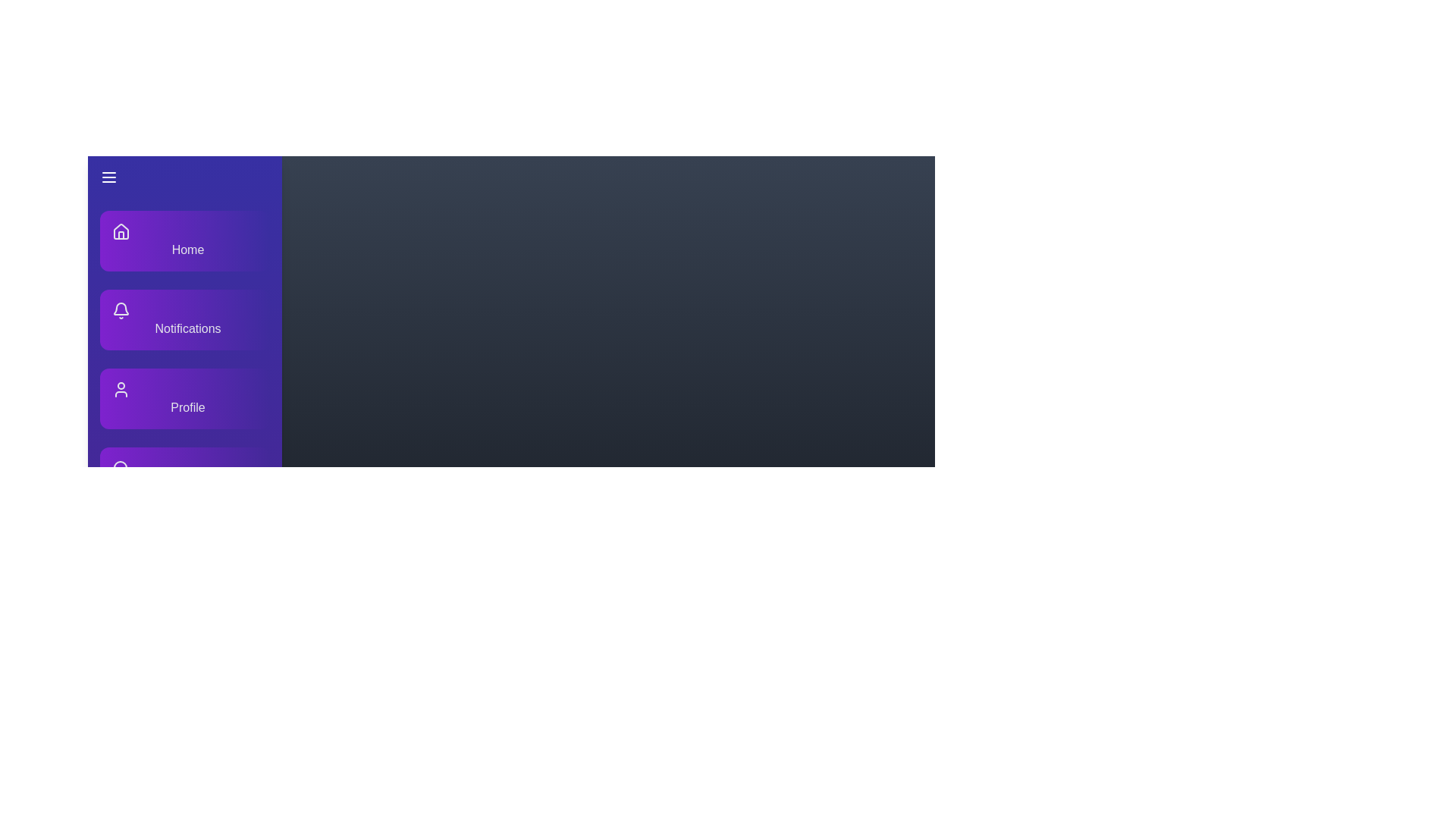 The image size is (1456, 819). Describe the element at coordinates (184, 397) in the screenshot. I see `the menu item labeled 'Profile' to observe its hover effect` at that location.